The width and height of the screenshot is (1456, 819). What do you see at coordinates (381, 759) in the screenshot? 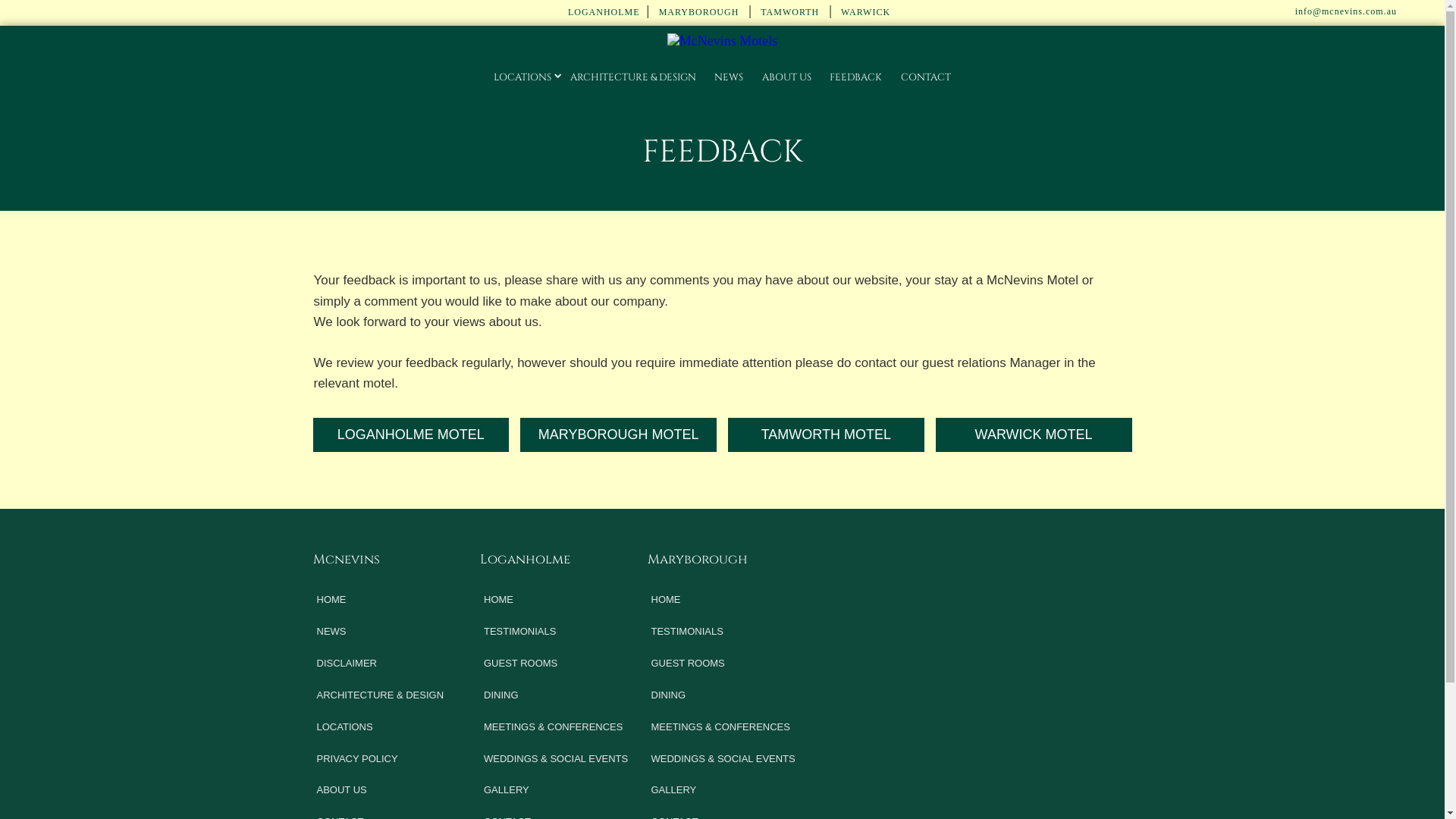
I see `'PRIVACY POLICY'` at bounding box center [381, 759].